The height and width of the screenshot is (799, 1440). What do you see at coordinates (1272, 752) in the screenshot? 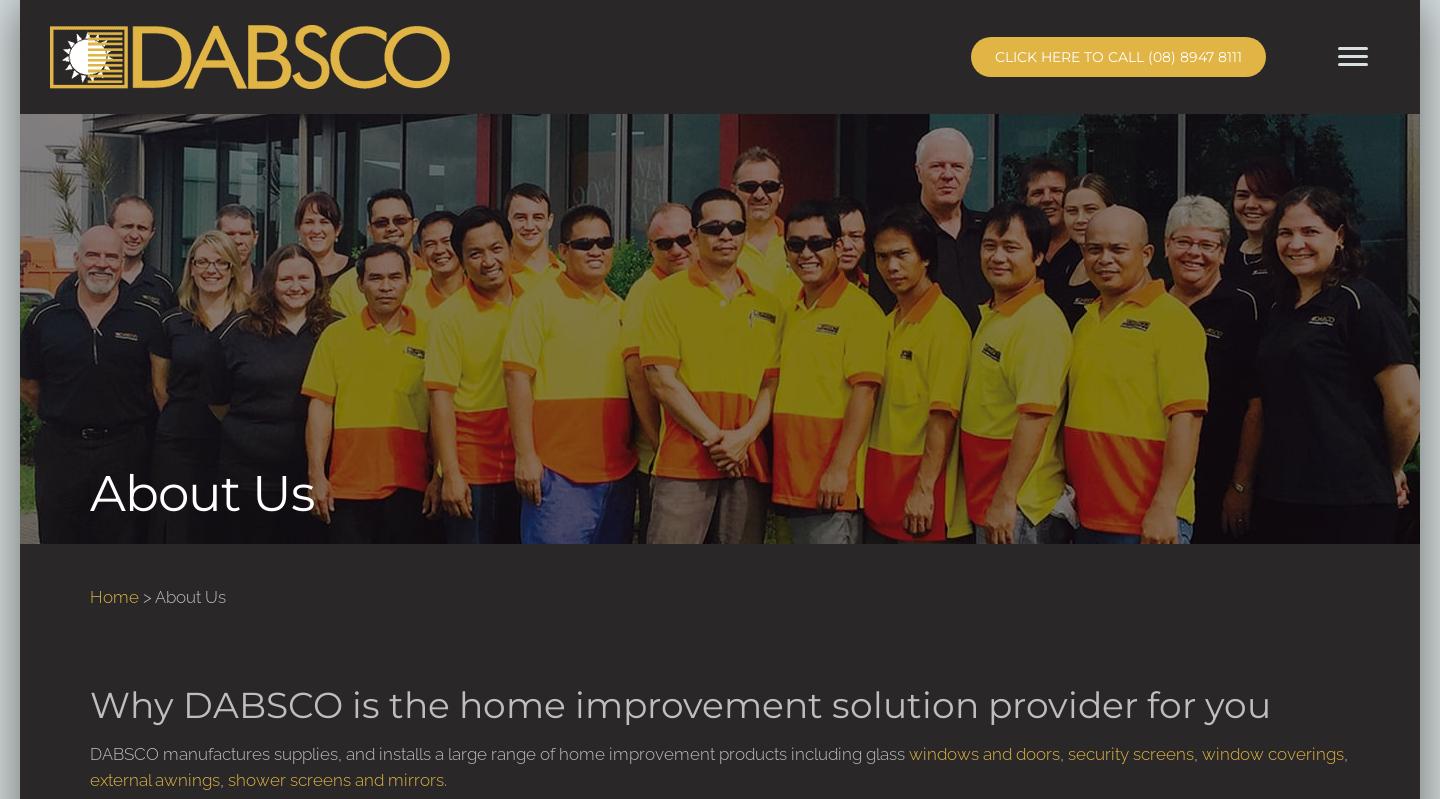
I see `'window coverings'` at bounding box center [1272, 752].